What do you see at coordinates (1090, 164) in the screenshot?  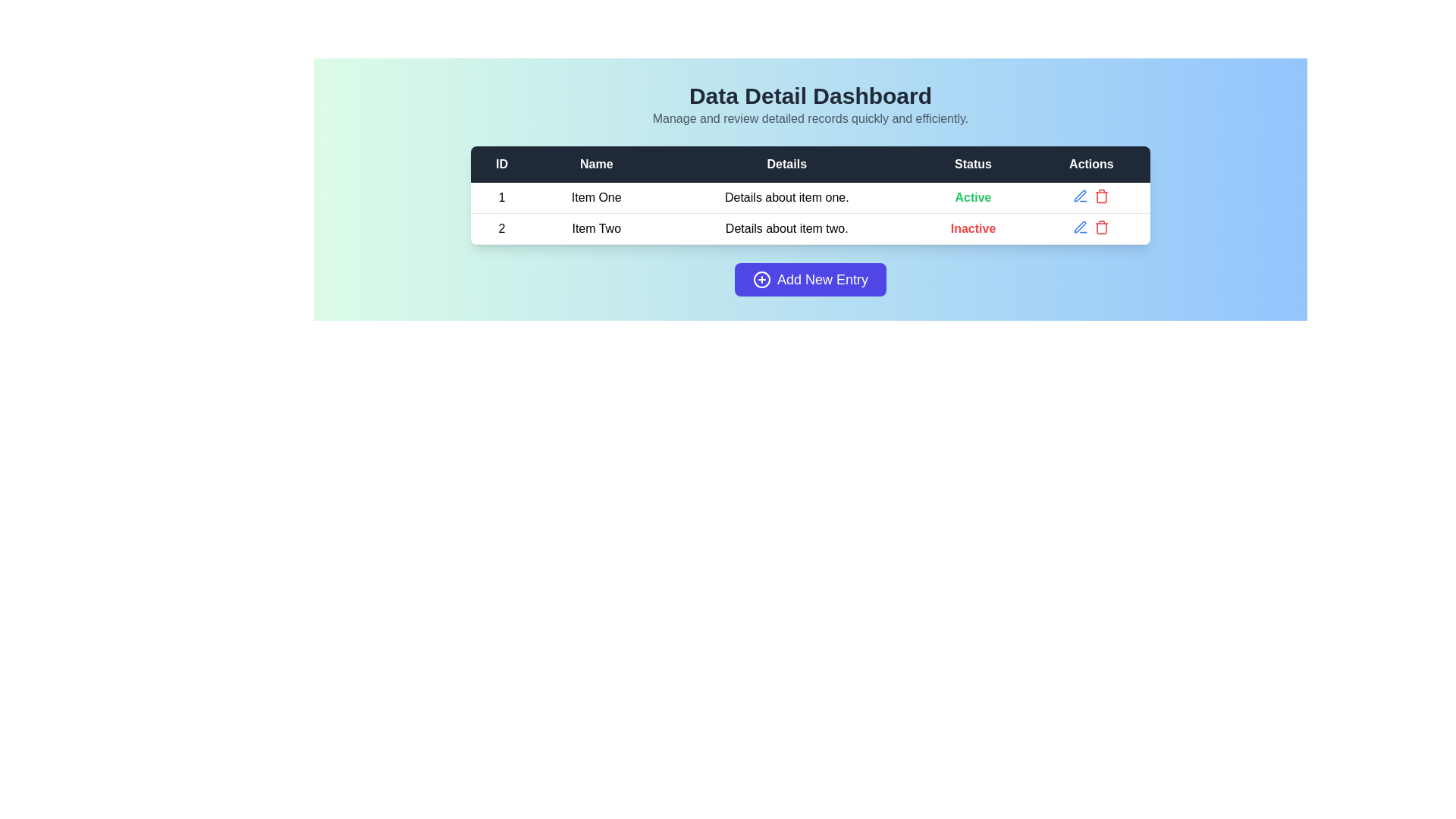 I see `the 'Actions' table header, which is the fifth column header located at the far-right end of the table` at bounding box center [1090, 164].